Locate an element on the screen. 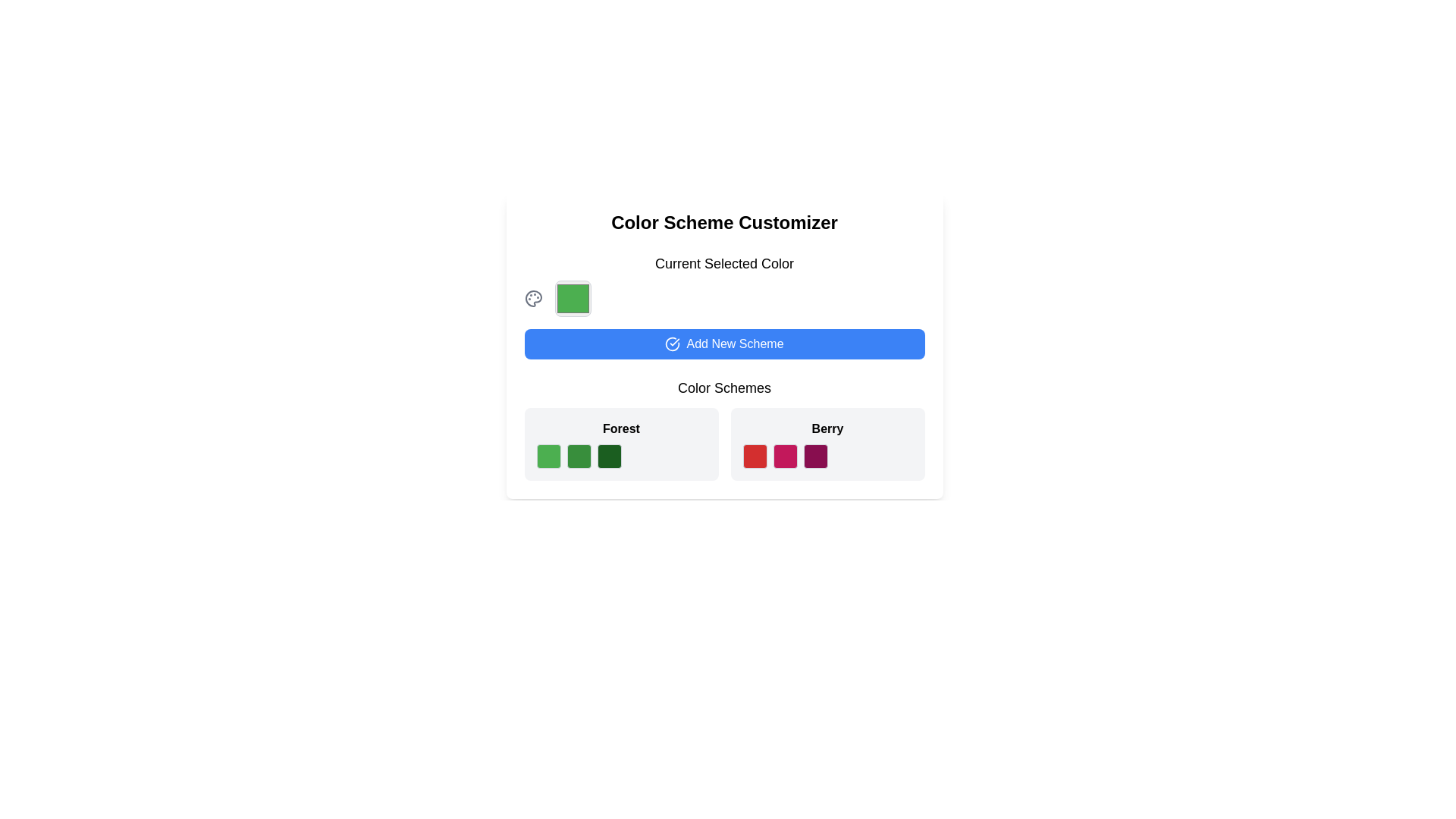  the text label displaying 'Forest' in bold, dark color, which is positioned above the green color swatches in the 'Color Schemes' section is located at coordinates (621, 429).